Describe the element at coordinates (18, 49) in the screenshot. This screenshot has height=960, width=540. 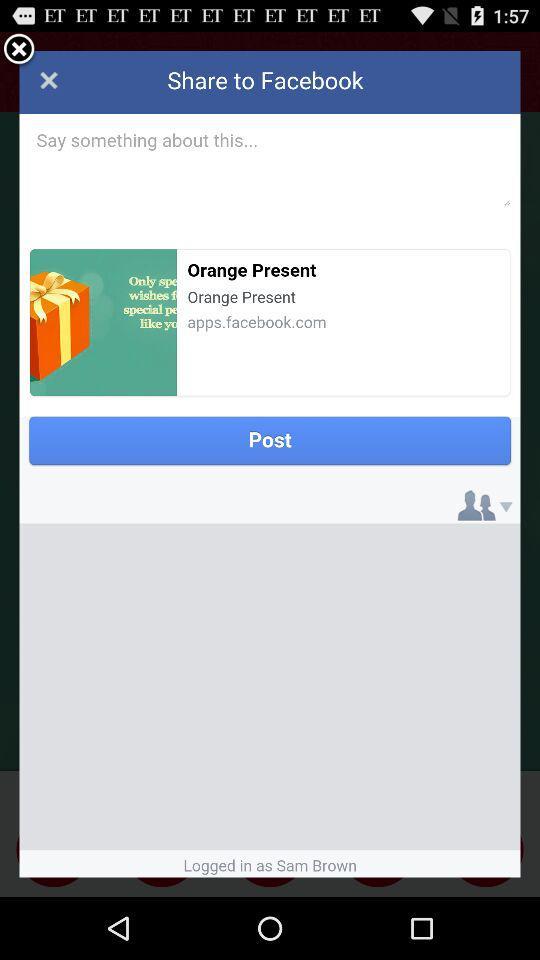
I see `icon at the top left corner` at that location.